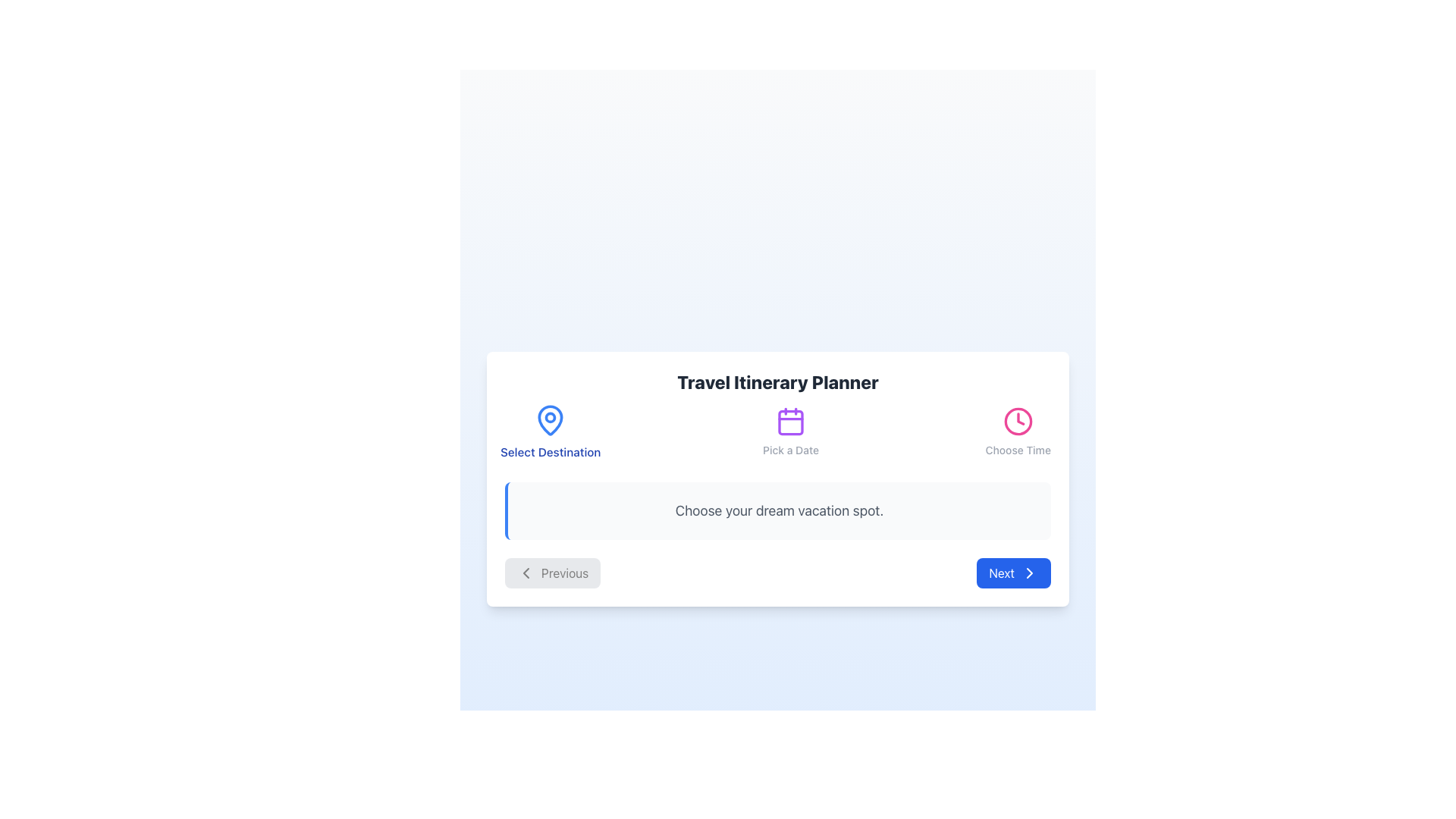 This screenshot has height=819, width=1456. I want to click on the label with the calendar icon that displays 'Pick a Date', which is styled with a gray font and has a purple outlined icon, so click(790, 432).